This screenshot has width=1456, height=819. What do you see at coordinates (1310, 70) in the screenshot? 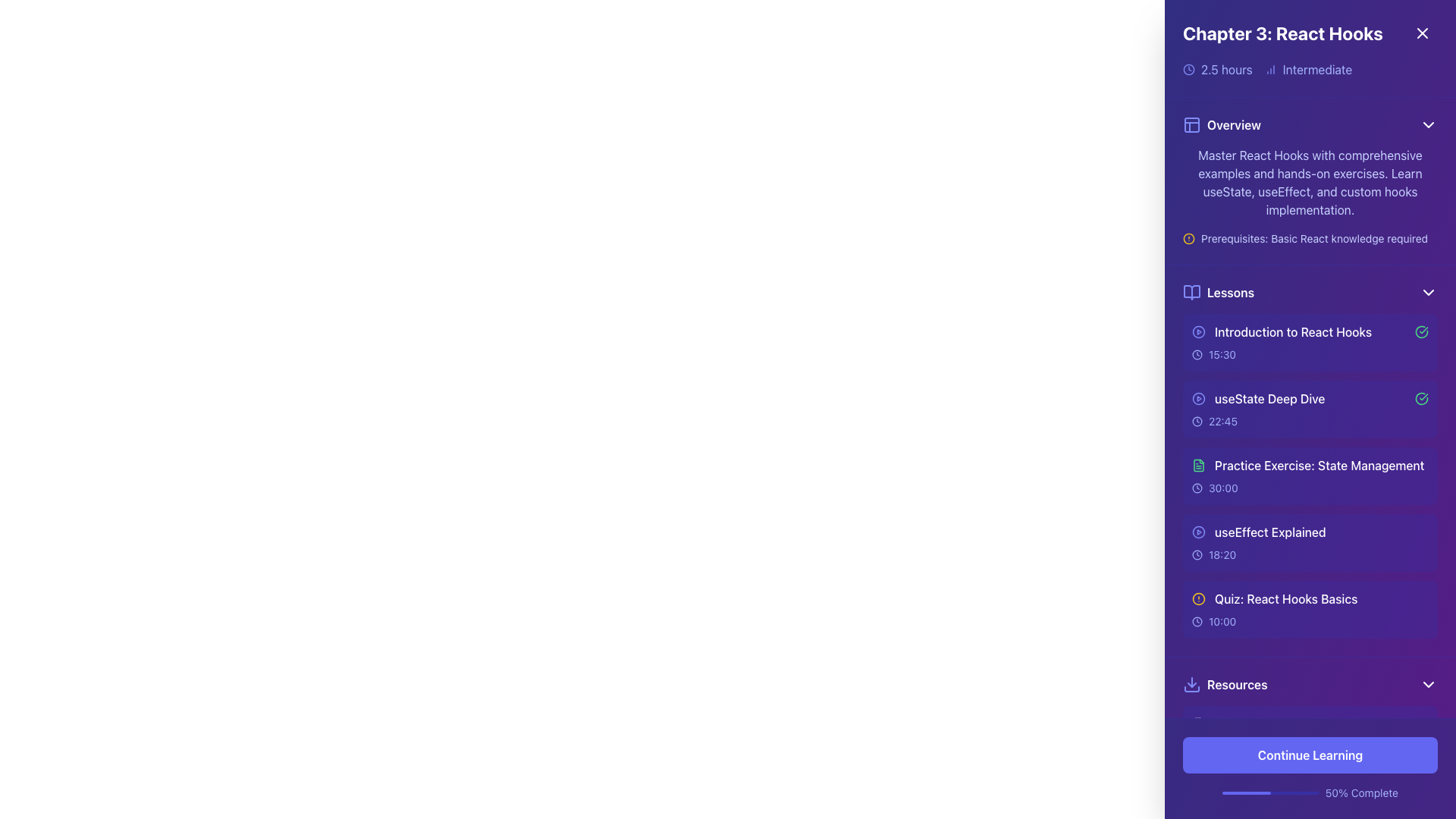
I see `the descriptive label for 'React Hooks' which provides information about the duration and difficulty level, located beneath the header 'Chapter 3: React Hooks.'` at bounding box center [1310, 70].